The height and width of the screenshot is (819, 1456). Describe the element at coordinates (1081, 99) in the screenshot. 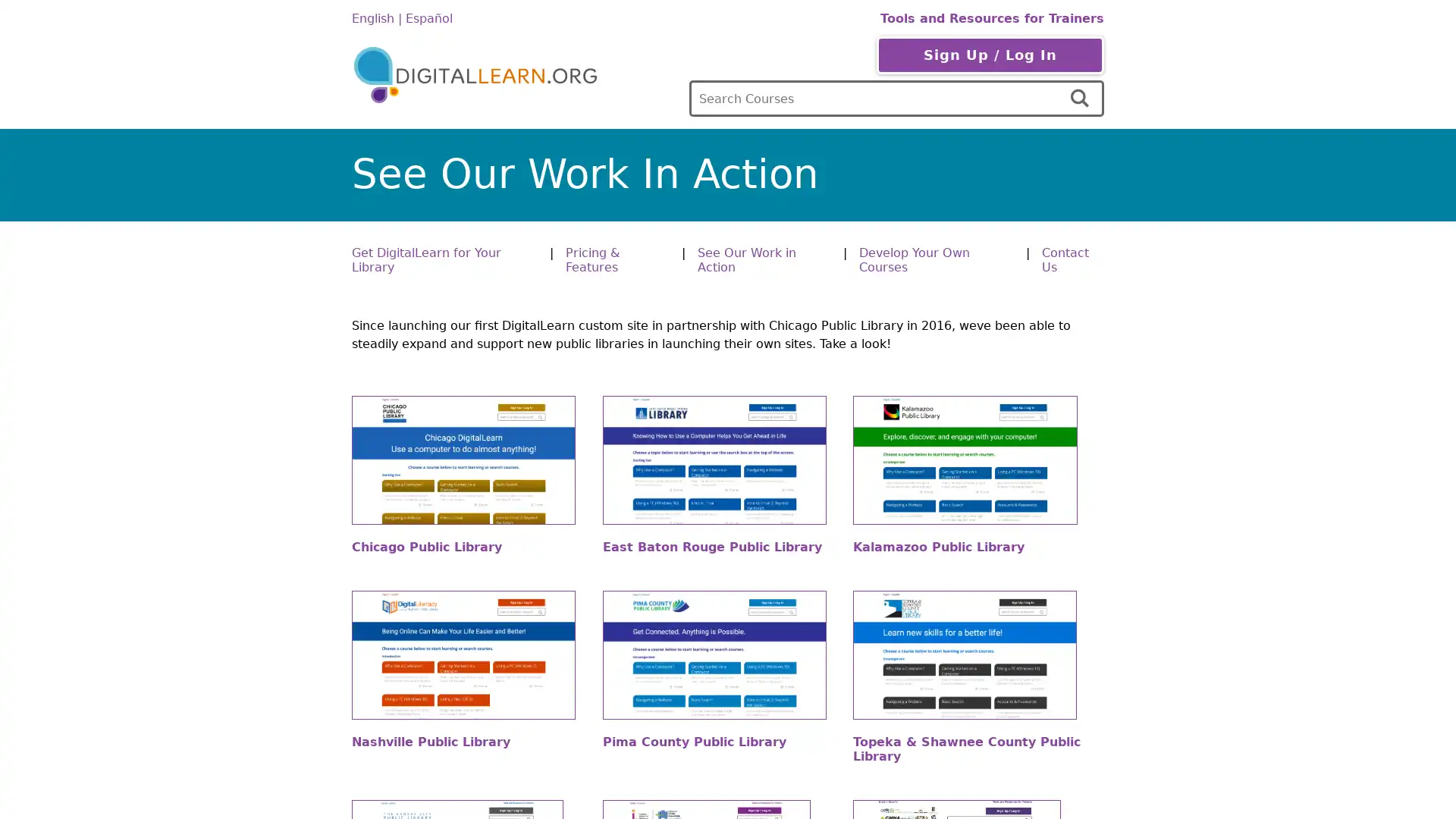

I see `search` at that location.